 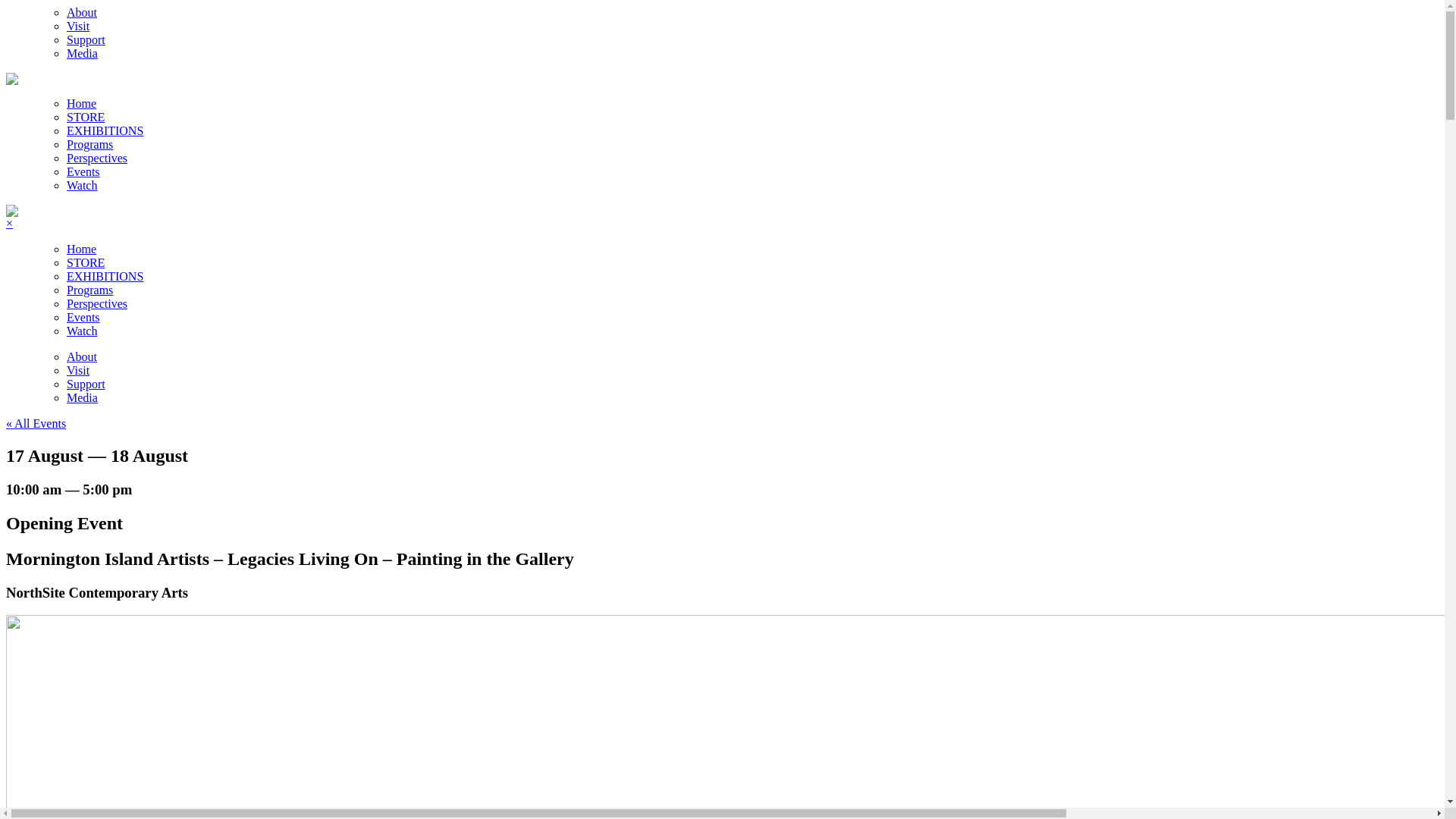 I want to click on 'Watch', so click(x=80, y=330).